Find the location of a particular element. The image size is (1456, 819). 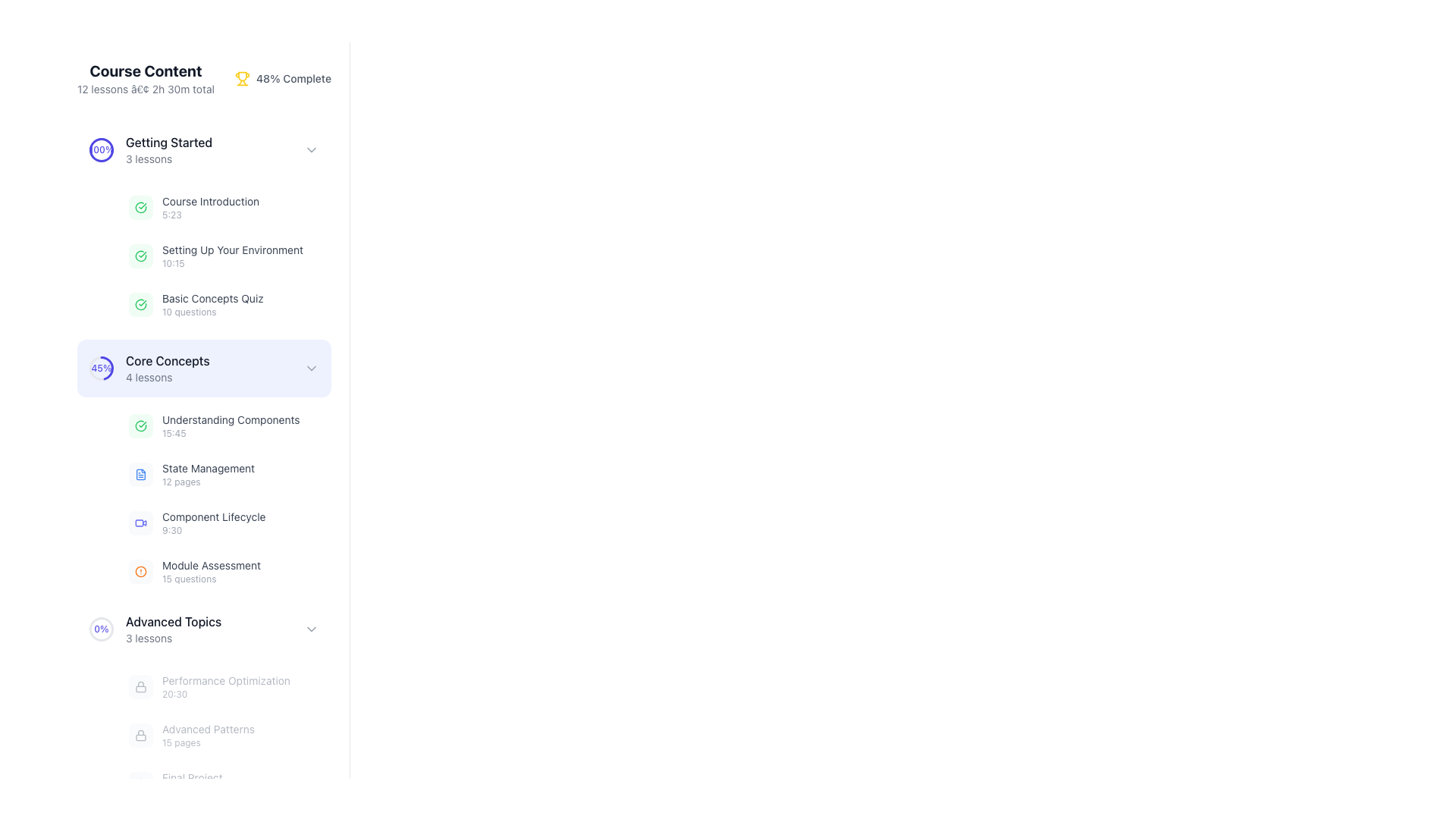

the green circular icon with a checkmark symbol inside, indicating the completion of the 'Setting Up Your Environment' lesson item in the 'Getting Started' menu is located at coordinates (141, 304).